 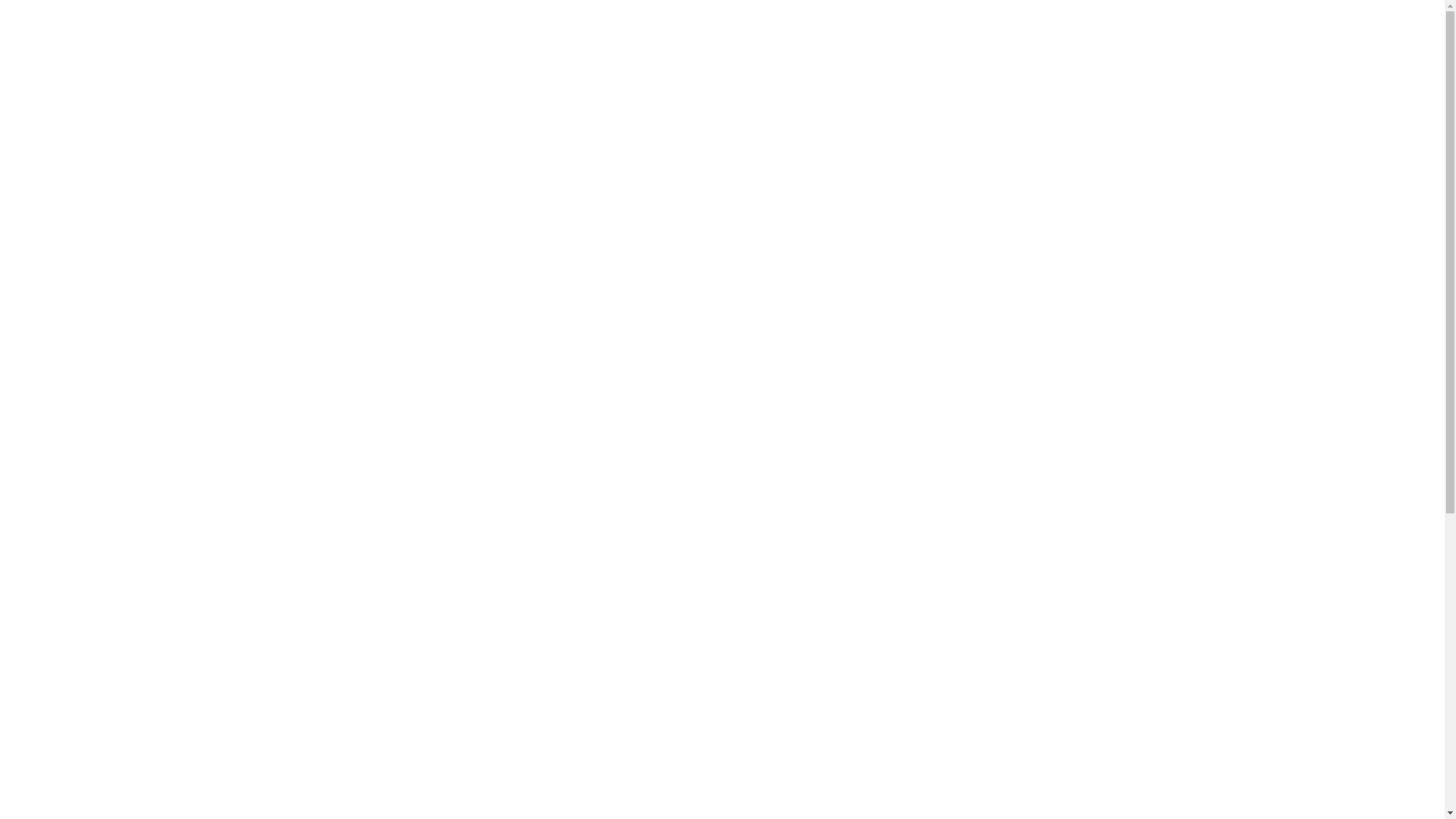 What do you see at coordinates (6, 12) in the screenshot?
I see `'Account Login'` at bounding box center [6, 12].